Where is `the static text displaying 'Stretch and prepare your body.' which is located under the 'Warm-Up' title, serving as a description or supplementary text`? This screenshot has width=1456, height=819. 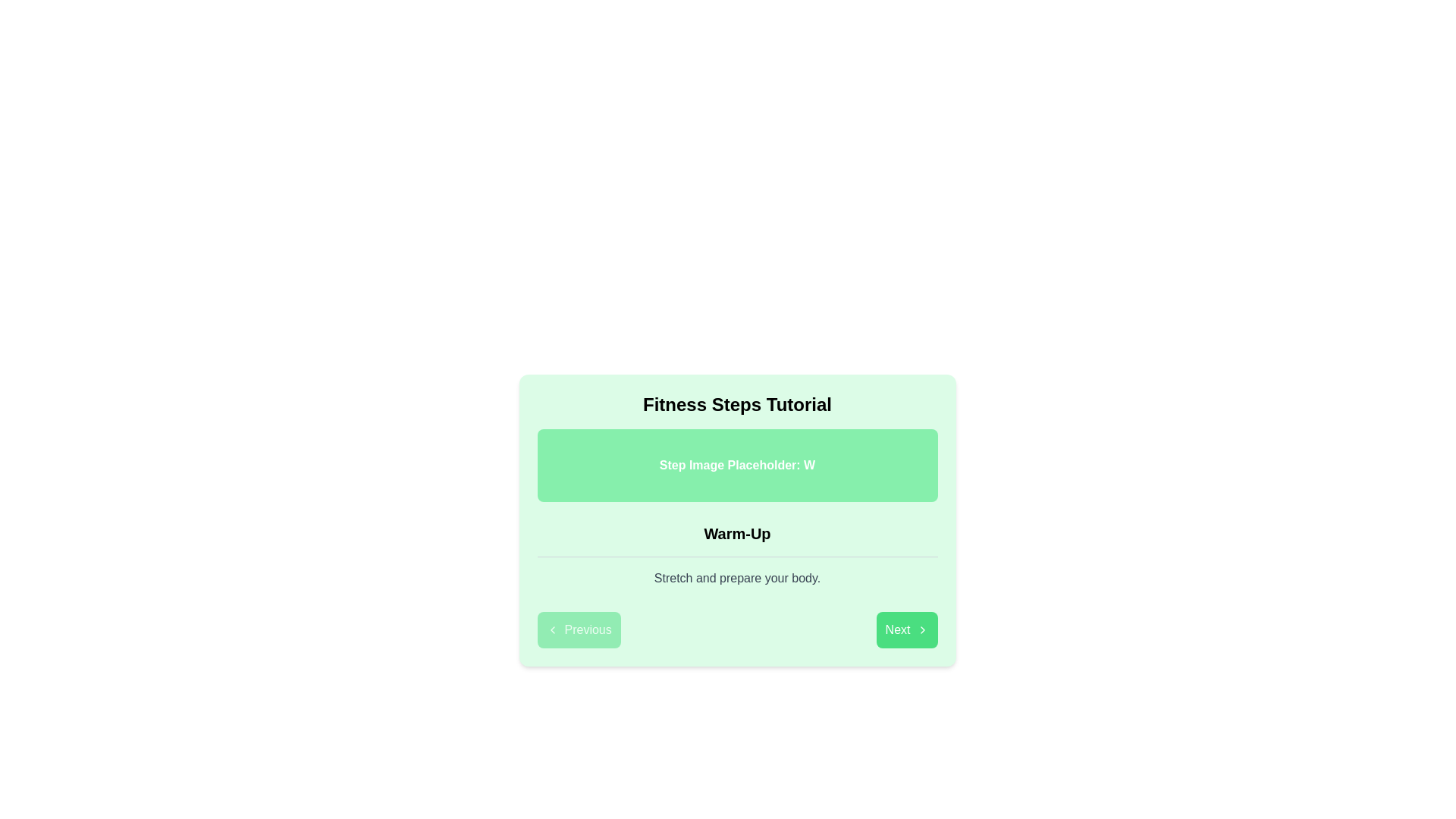
the static text displaying 'Stretch and prepare your body.' which is located under the 'Warm-Up' title, serving as a description or supplementary text is located at coordinates (737, 578).